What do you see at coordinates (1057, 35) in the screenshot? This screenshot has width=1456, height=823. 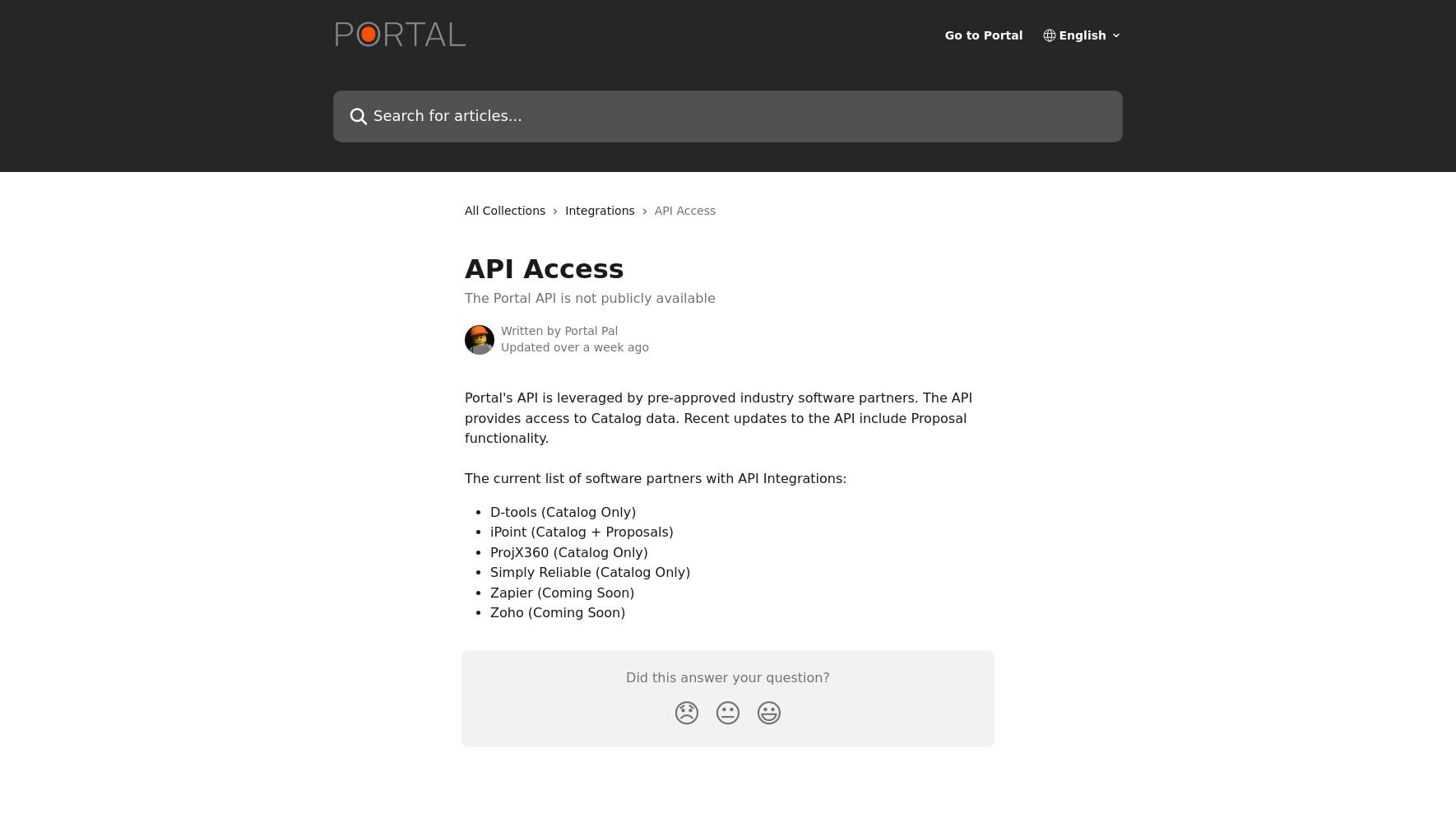 I see `'English'` at bounding box center [1057, 35].